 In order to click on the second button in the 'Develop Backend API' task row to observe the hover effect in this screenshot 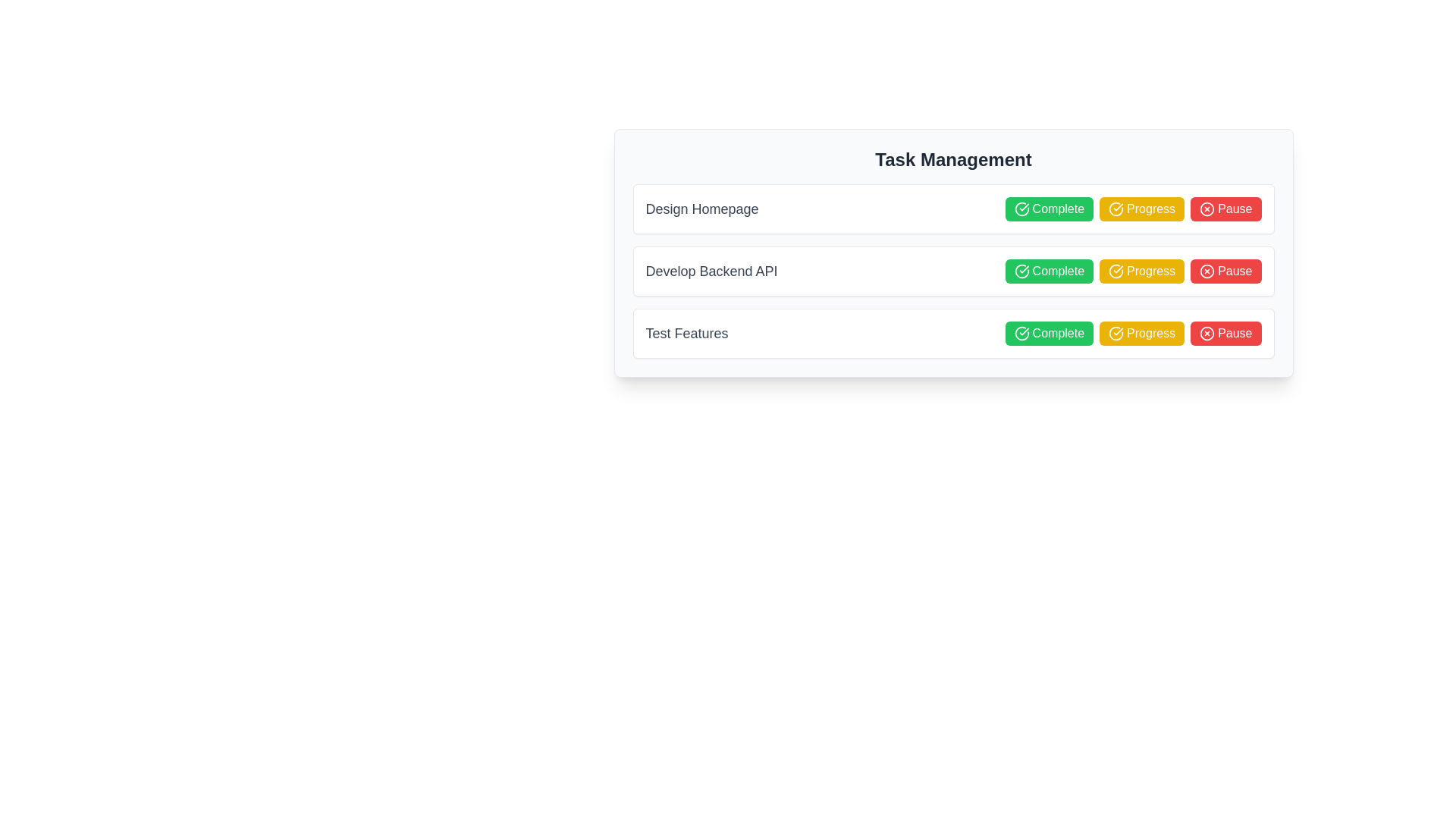, I will do `click(1133, 271)`.